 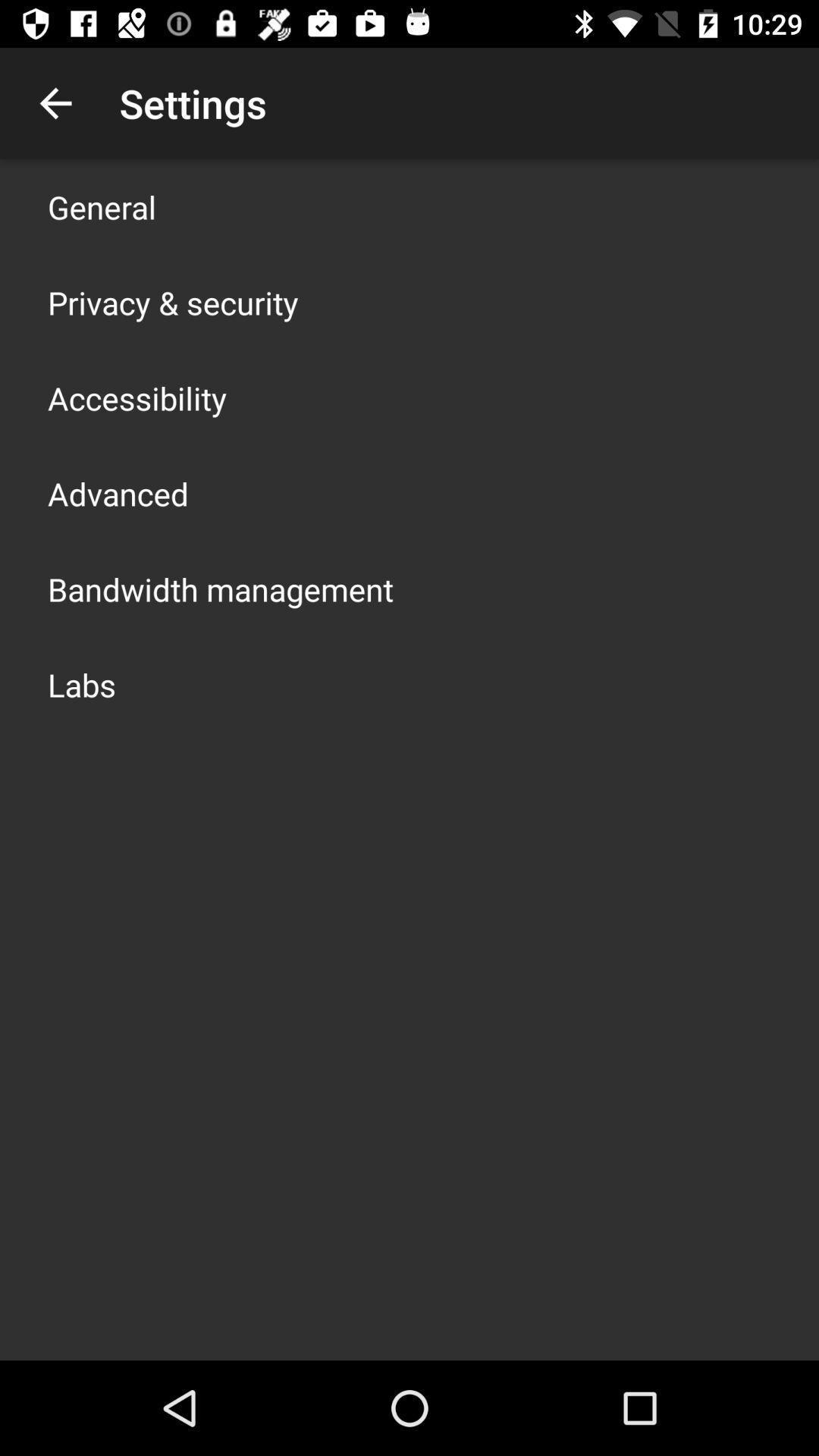 I want to click on item to the left of the settings, so click(x=55, y=102).